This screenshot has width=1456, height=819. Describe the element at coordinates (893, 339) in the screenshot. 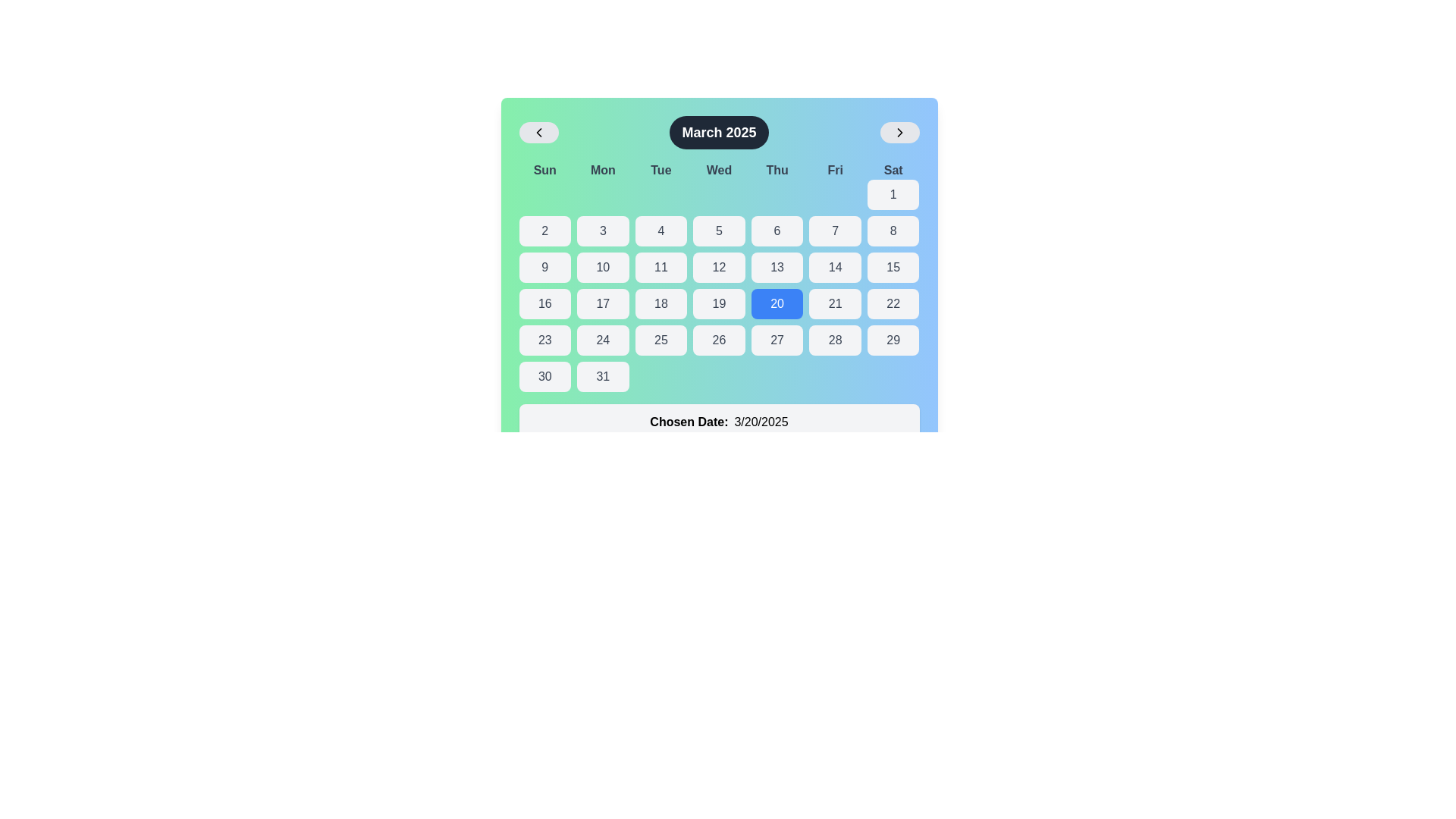

I see `the calendar cell displaying the number '29', which is a square button with rounded corners and a light gray background, located in the bottom-right corner of the grid layout corresponding to Saturdays` at that location.